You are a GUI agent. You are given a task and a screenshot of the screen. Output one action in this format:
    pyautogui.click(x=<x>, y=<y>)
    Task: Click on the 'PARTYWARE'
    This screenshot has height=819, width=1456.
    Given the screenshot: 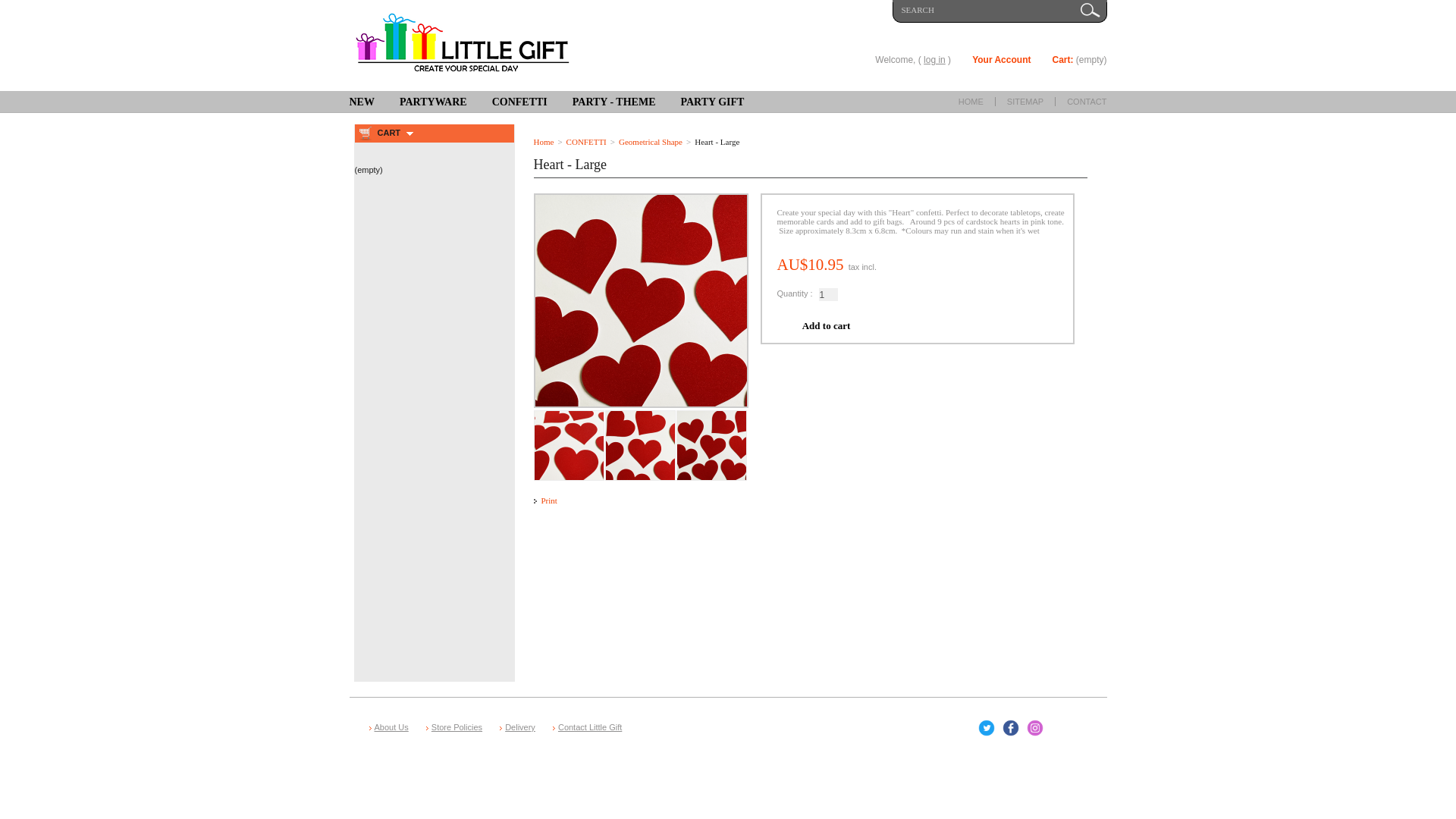 What is the action you would take?
    pyautogui.click(x=400, y=102)
    